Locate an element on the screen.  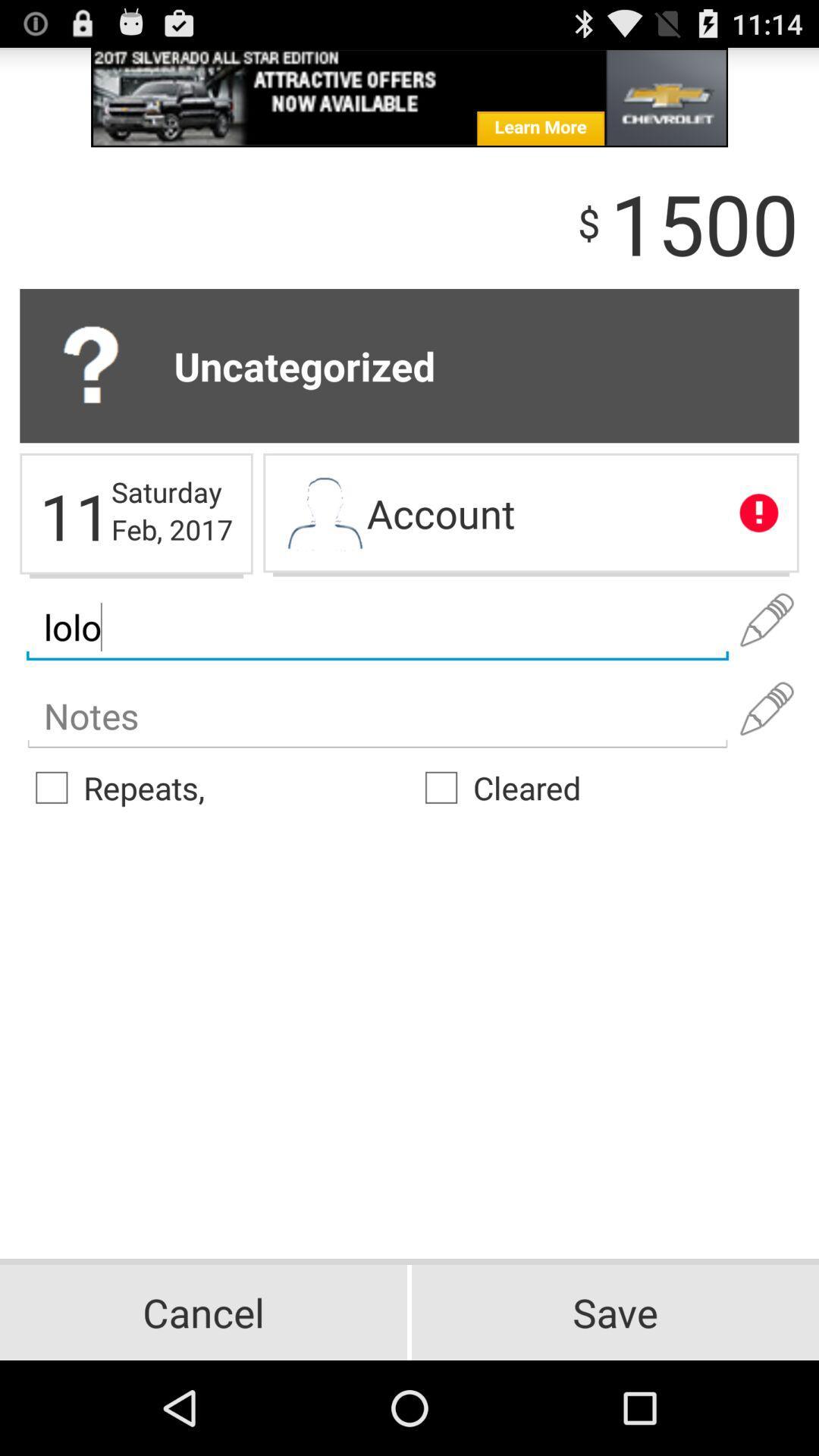
edit is located at coordinates (767, 708).